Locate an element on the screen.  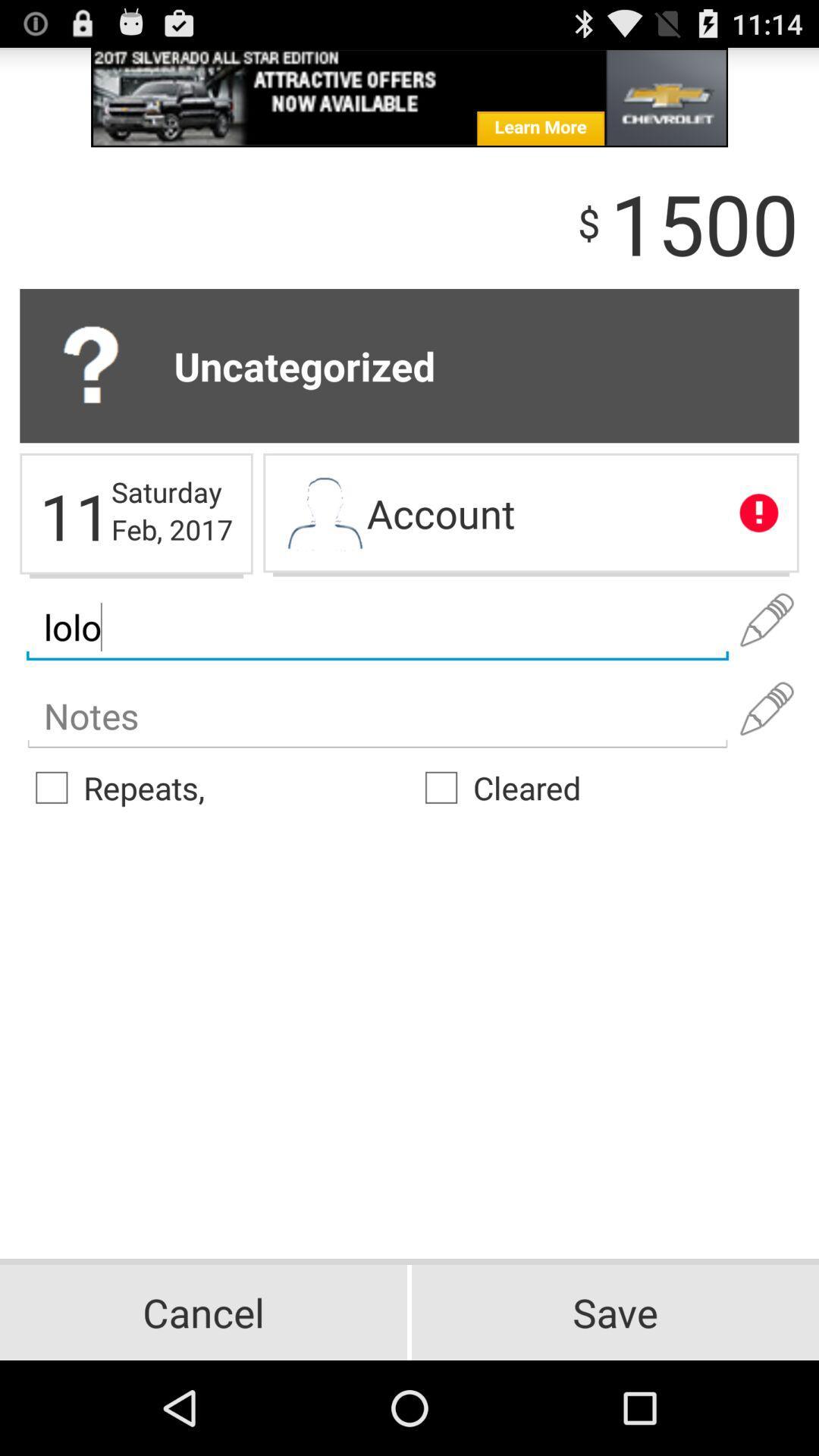
edit is located at coordinates (767, 708).